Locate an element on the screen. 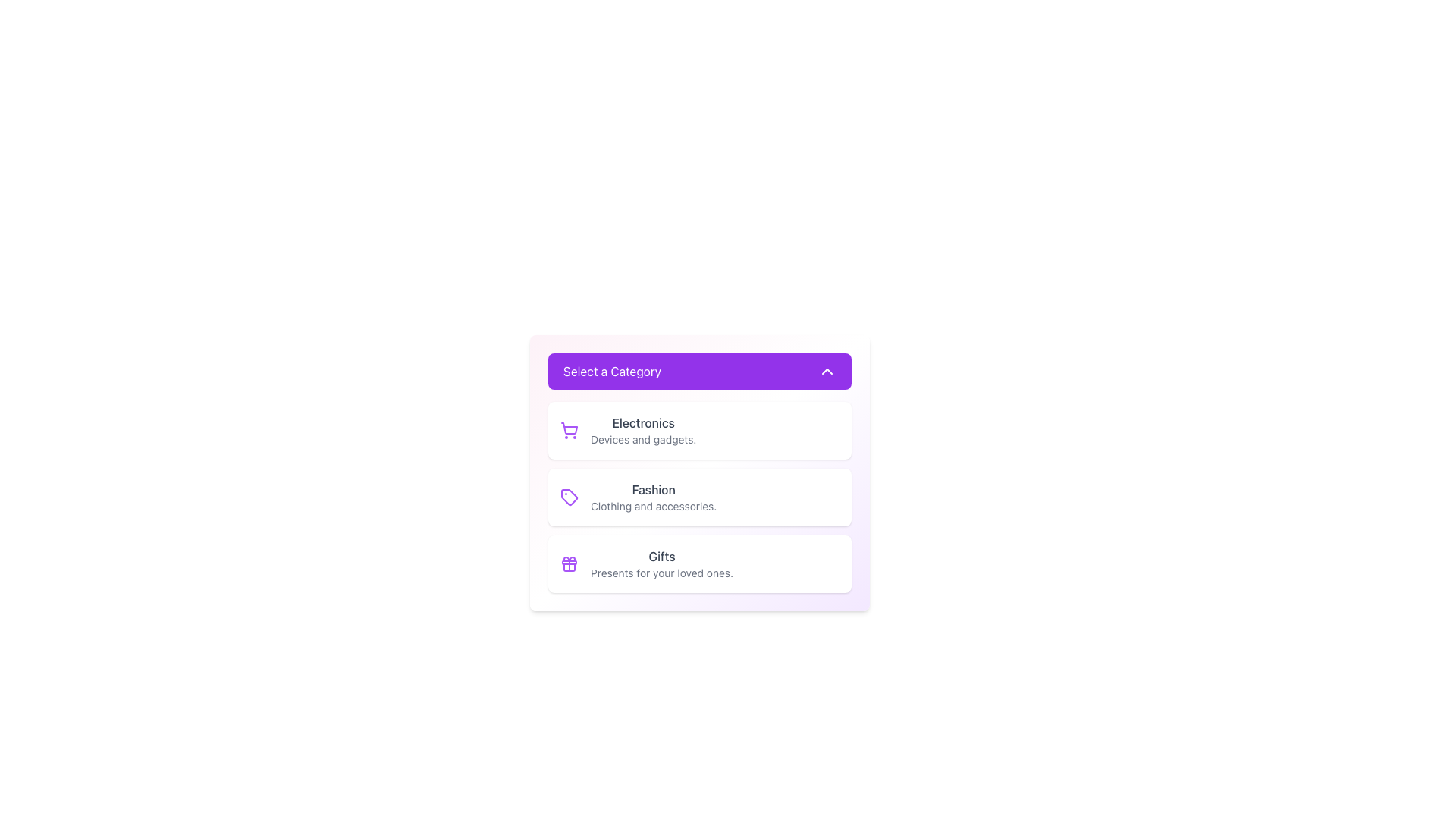 The image size is (1456, 819). the Gifts icon located to the left of the text 'Gifts' within the third item of the vertically stacked list in the menu is located at coordinates (568, 564).